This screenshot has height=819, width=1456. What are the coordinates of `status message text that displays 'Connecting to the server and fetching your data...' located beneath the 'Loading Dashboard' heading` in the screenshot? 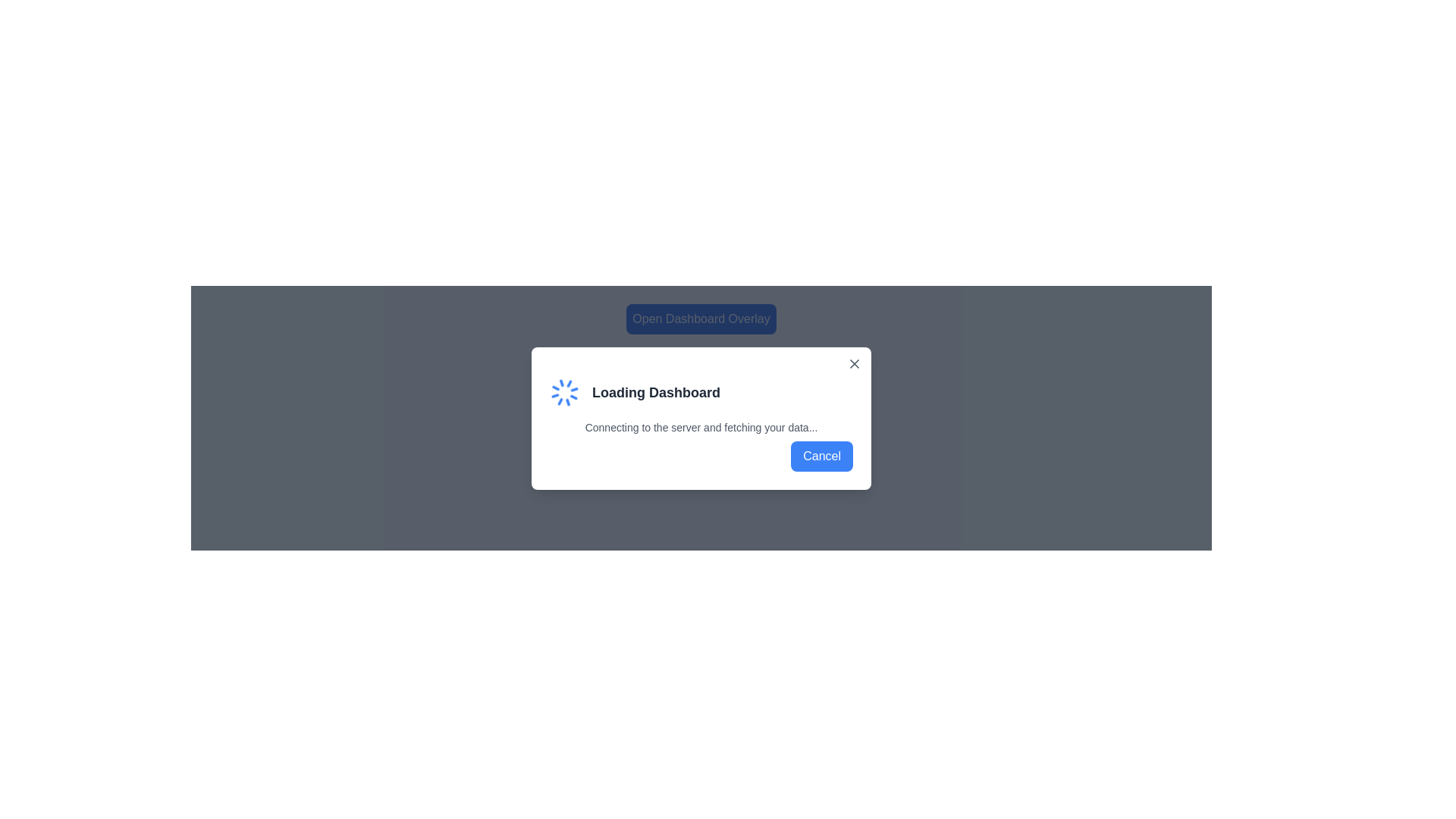 It's located at (701, 427).